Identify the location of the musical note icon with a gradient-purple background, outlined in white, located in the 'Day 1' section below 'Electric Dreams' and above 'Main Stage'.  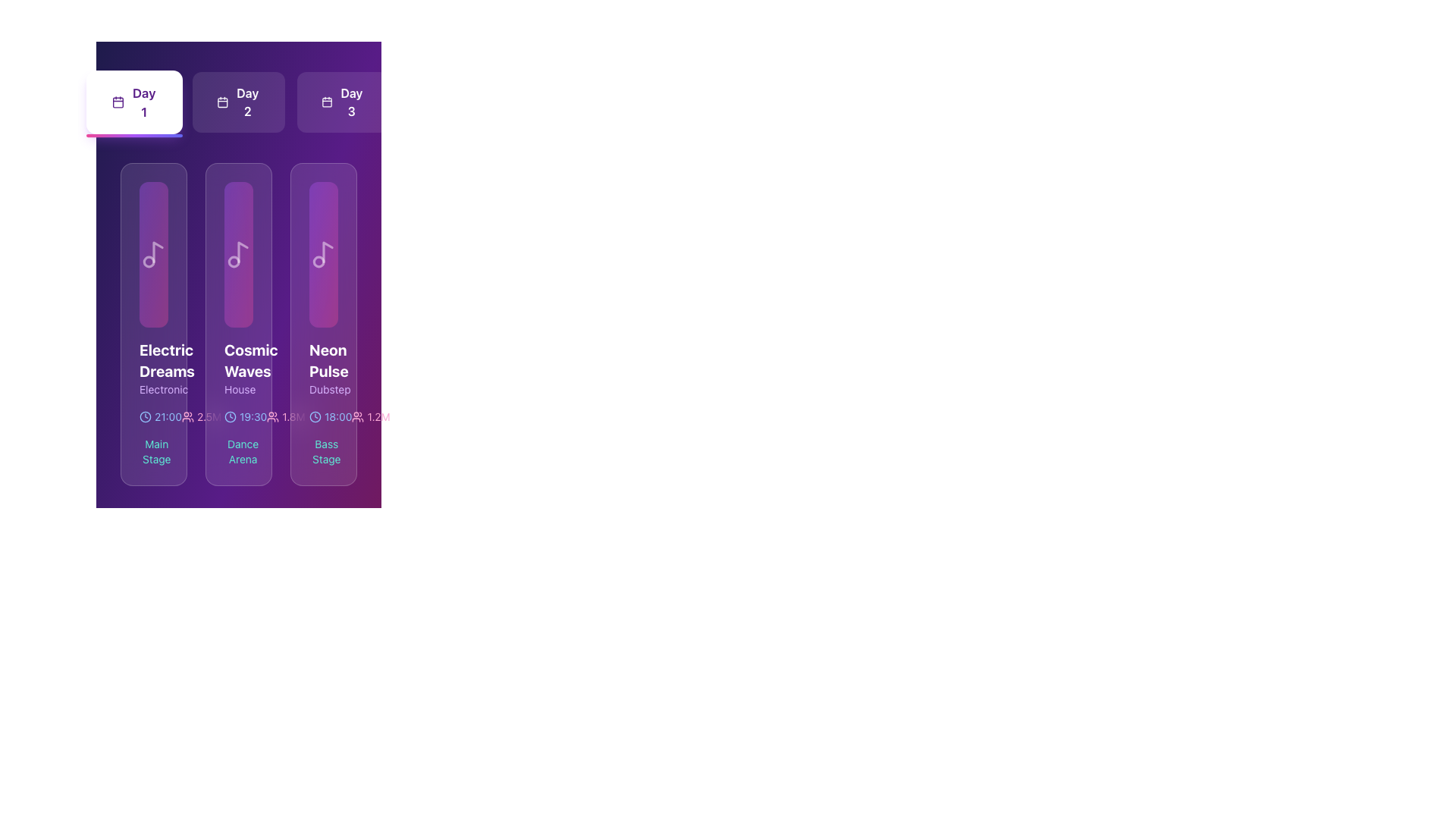
(153, 253).